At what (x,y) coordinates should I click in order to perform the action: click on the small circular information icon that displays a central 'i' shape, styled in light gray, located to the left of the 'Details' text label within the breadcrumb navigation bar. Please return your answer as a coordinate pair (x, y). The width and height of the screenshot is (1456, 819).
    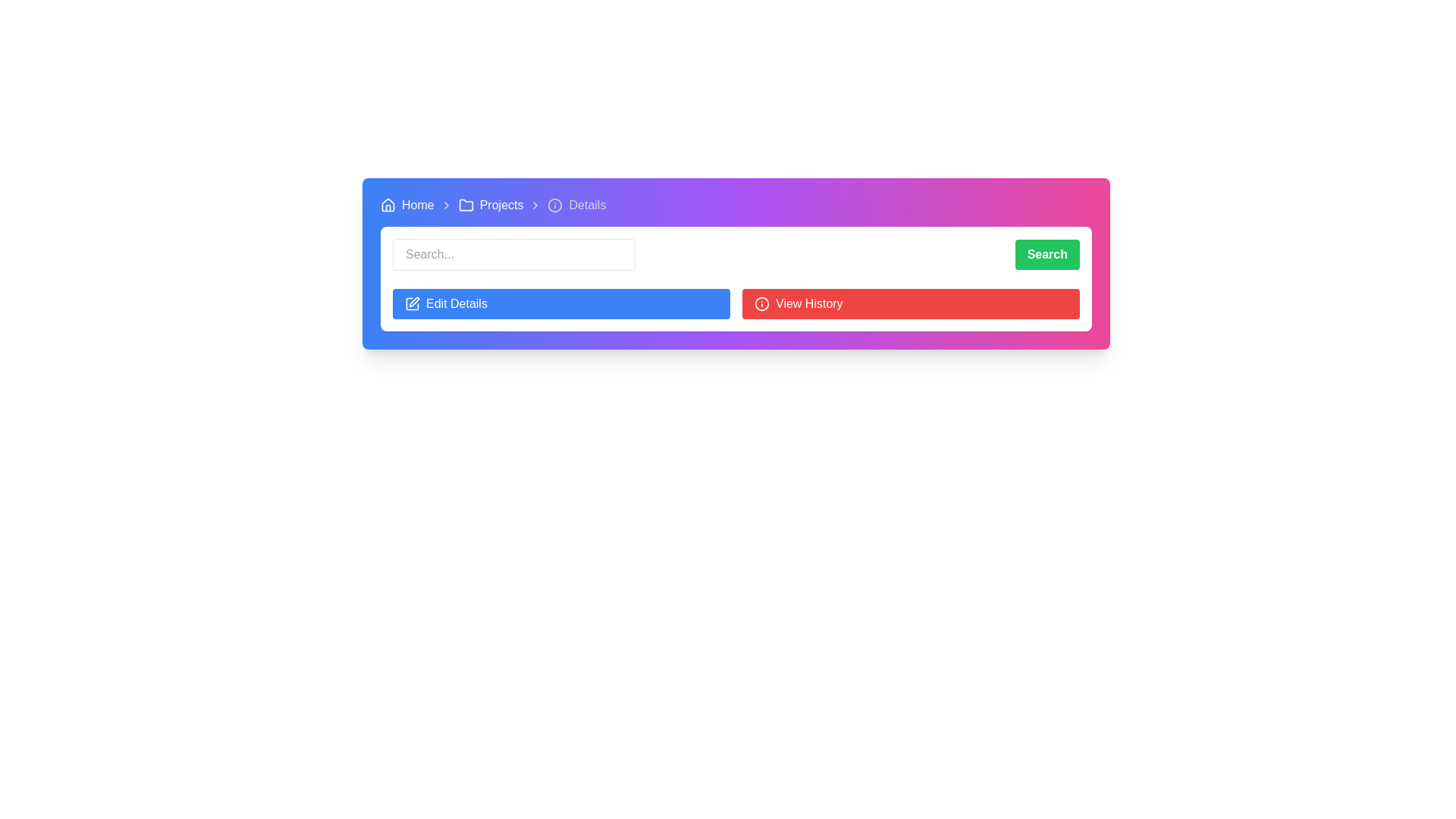
    Looking at the image, I should click on (554, 205).